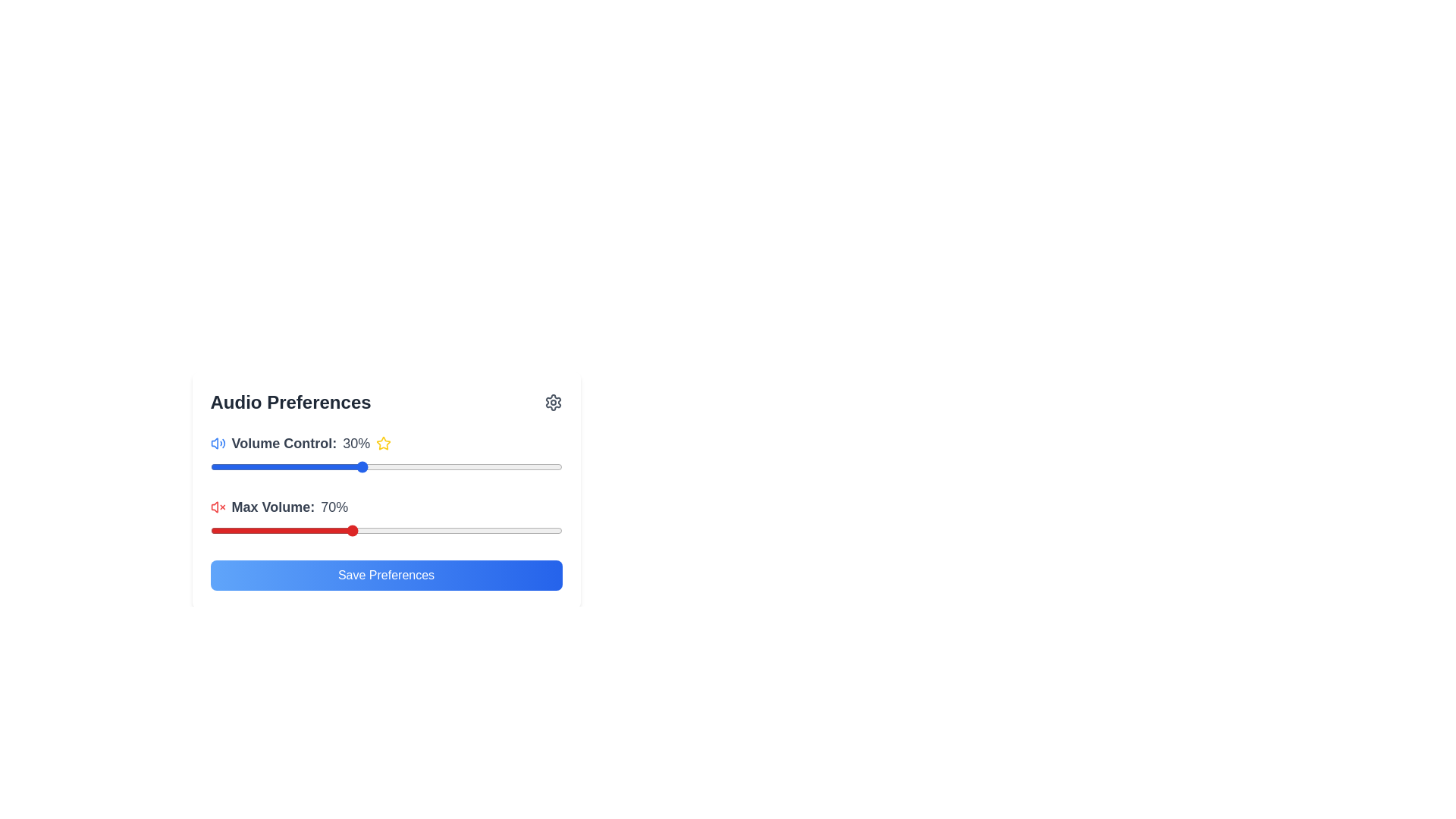 The image size is (1456, 819). I want to click on the max volume, so click(281, 529).